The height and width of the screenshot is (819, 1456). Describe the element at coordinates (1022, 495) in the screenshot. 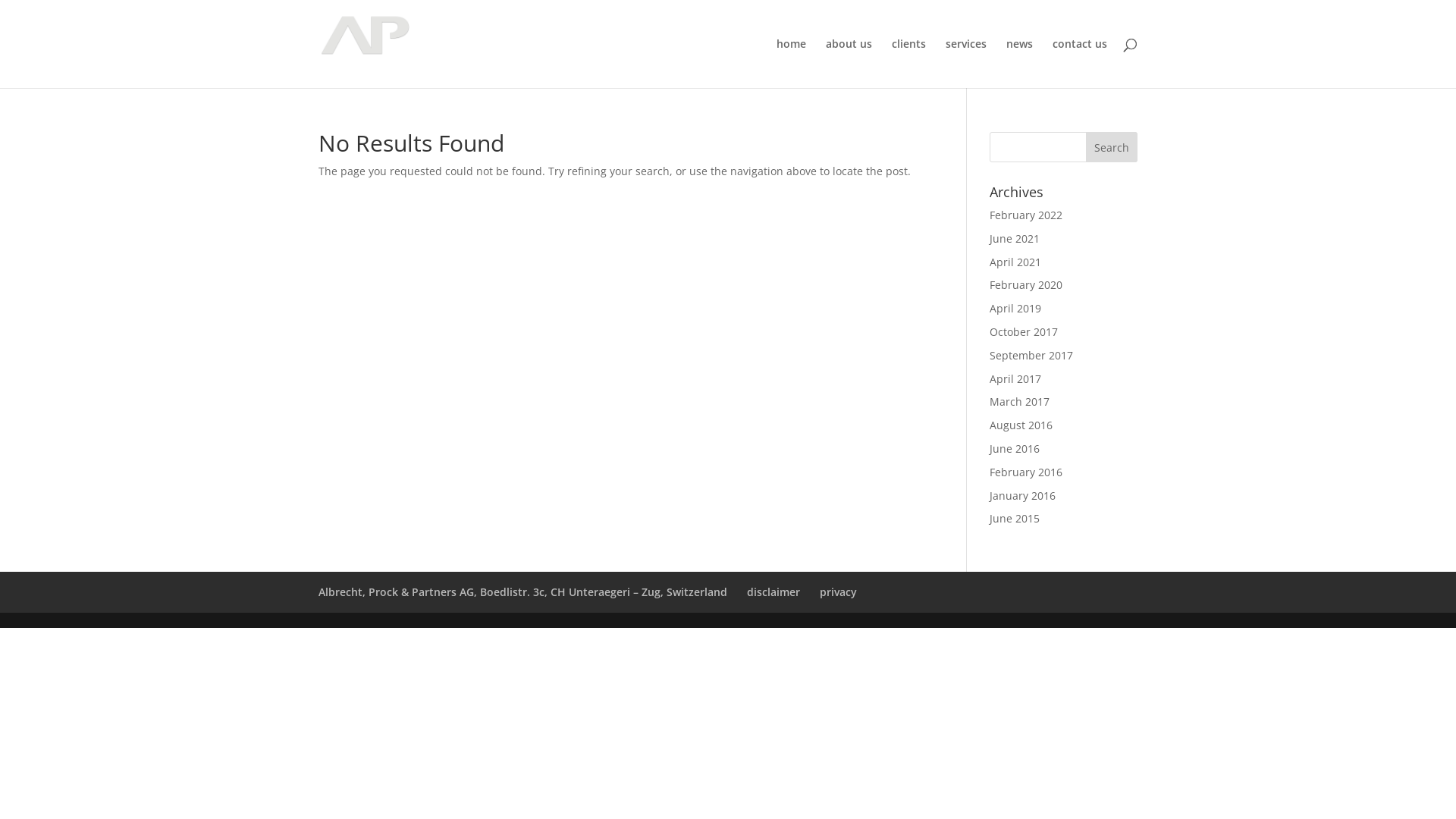

I see `'January 2016'` at that location.